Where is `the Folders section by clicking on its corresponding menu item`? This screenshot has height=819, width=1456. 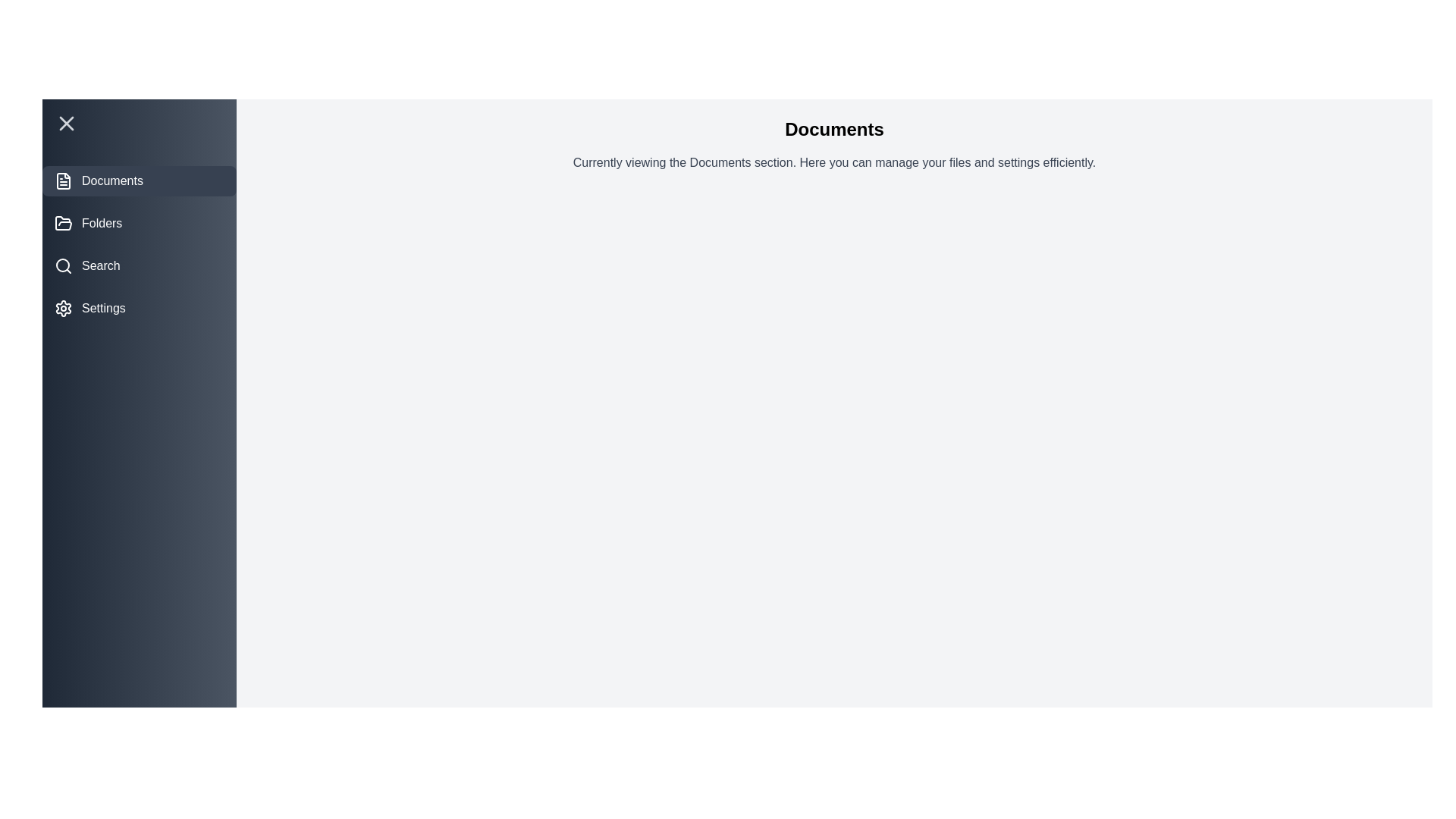
the Folders section by clicking on its corresponding menu item is located at coordinates (139, 223).